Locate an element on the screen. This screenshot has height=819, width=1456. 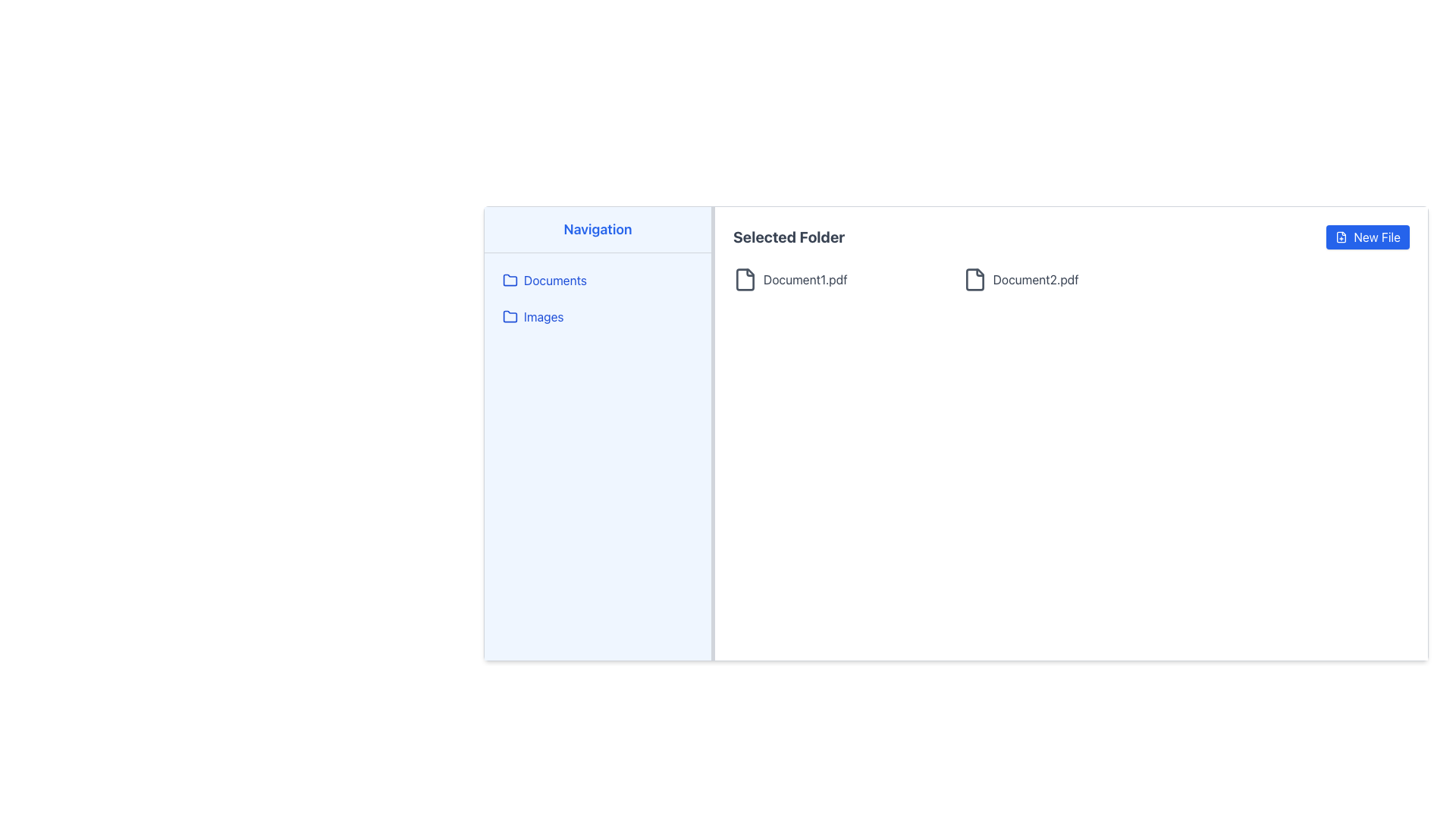
the graphical icon for creating a new file, located in the top-right corner of the interface next to the 'New File' text is located at coordinates (1341, 237).